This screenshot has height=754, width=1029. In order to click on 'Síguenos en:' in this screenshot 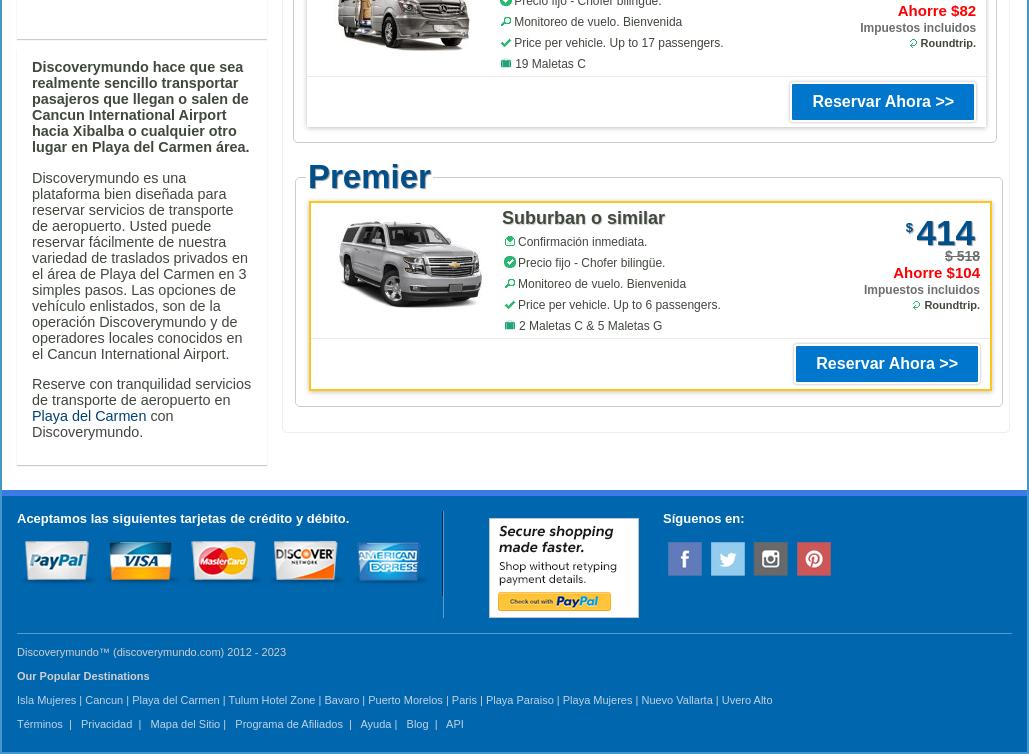, I will do `click(662, 517)`.